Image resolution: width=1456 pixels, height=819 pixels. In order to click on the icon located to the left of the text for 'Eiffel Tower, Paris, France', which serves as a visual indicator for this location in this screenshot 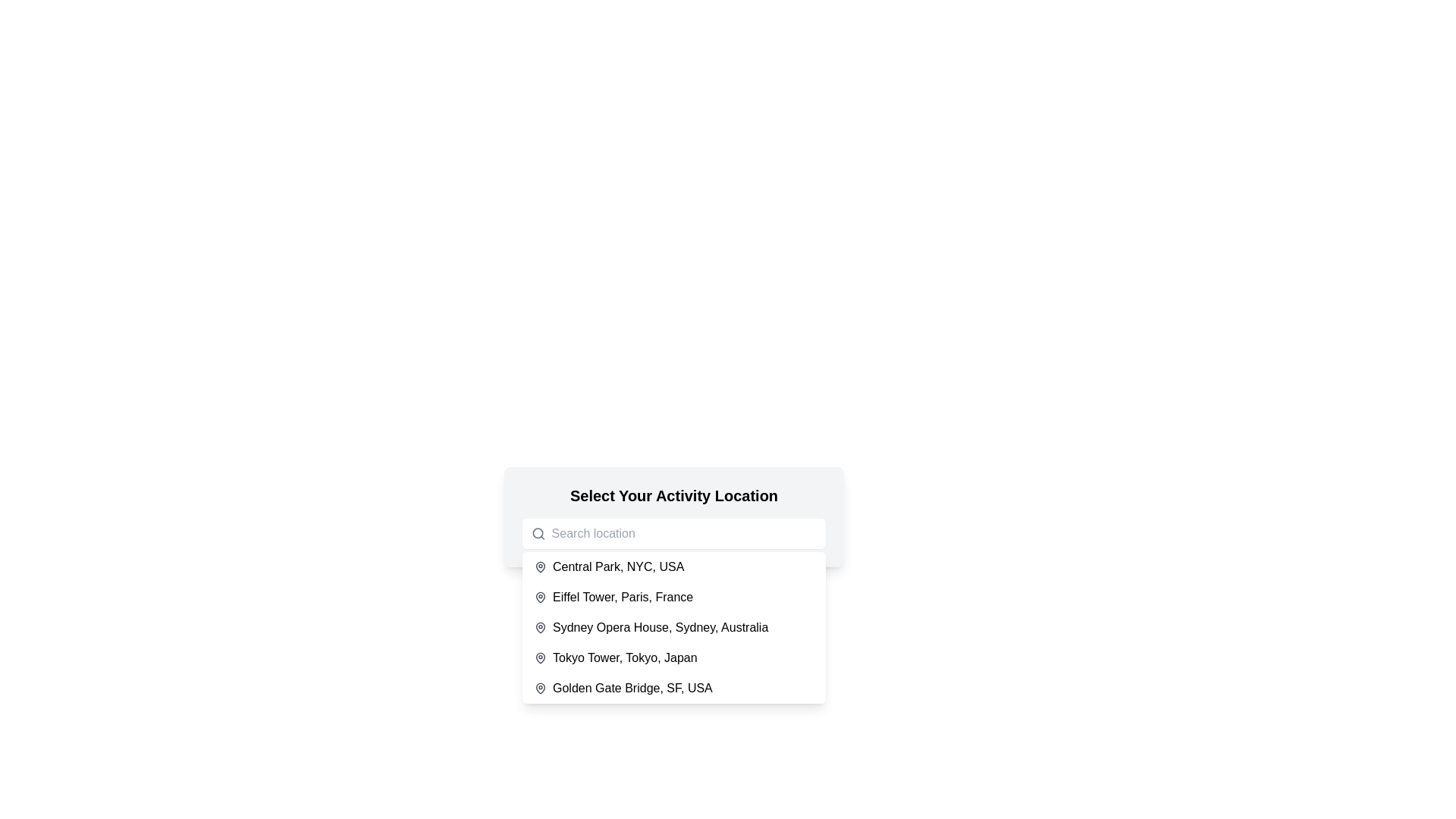, I will do `click(541, 596)`.